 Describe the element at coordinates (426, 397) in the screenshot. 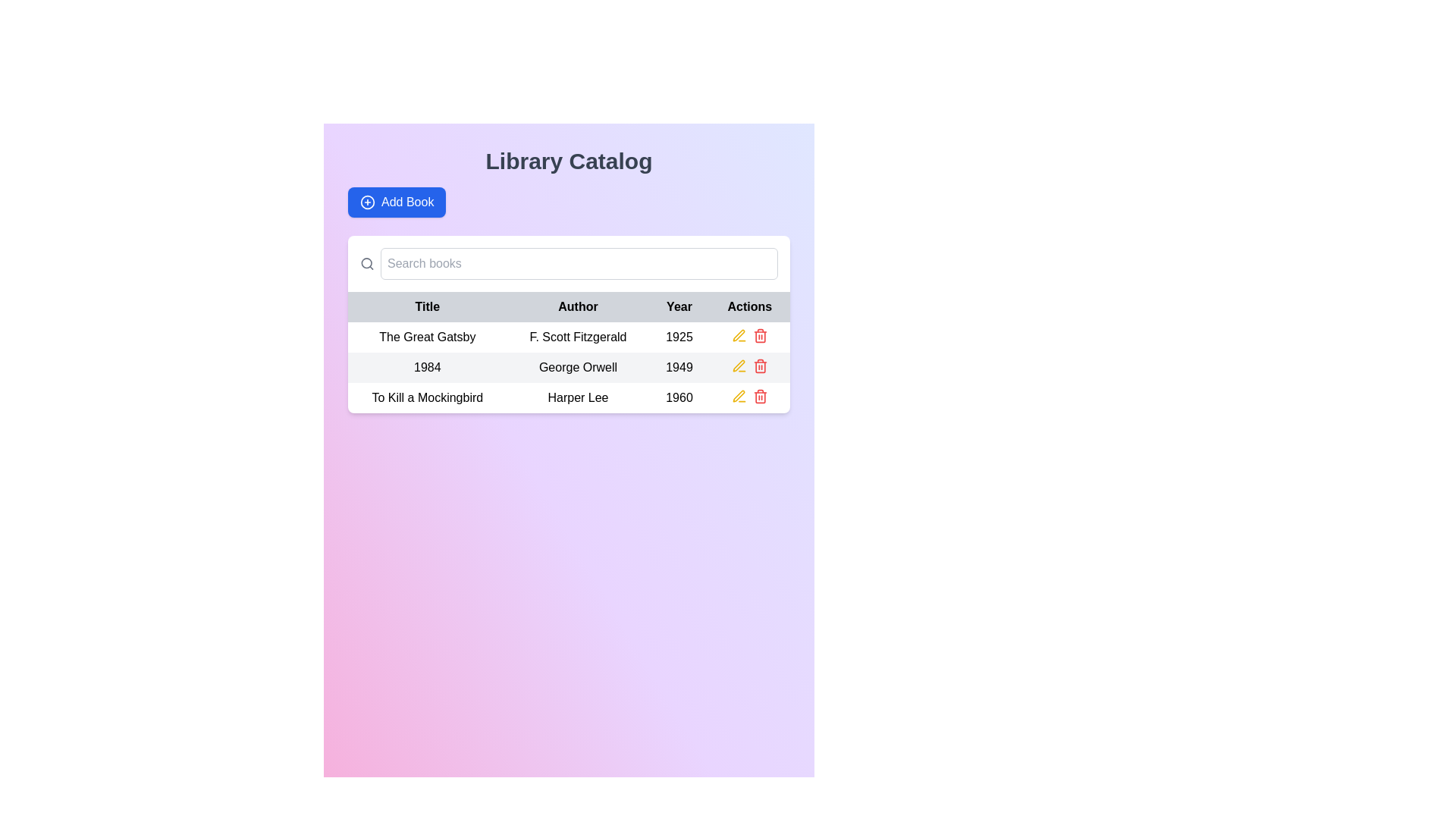

I see `the text label displaying 'To Kill a Mockingbird' located in the third row of a table under the 'Title' column` at that location.